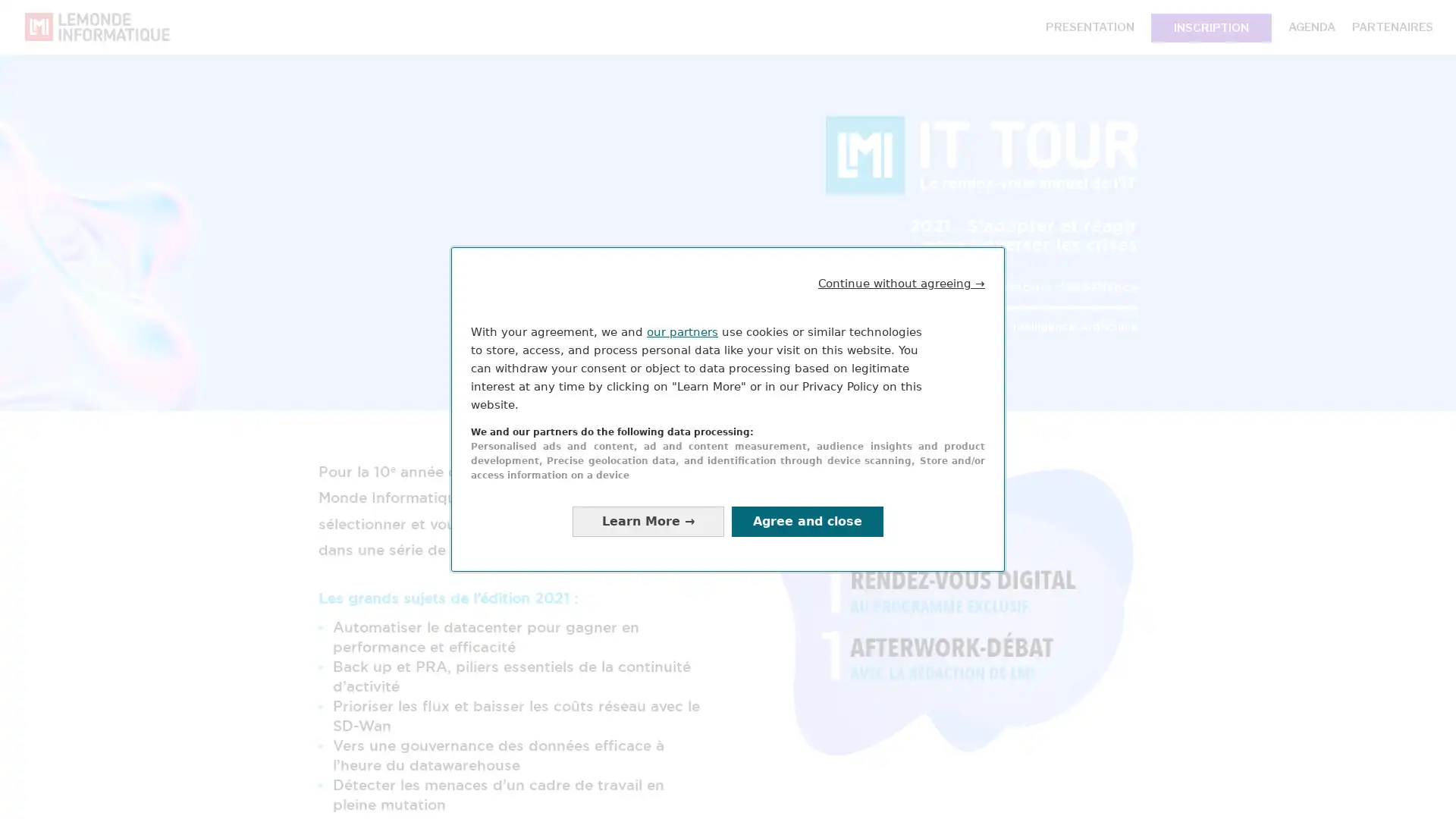 The width and height of the screenshot is (1456, 819). I want to click on Agree to our data processing and close, so click(807, 520).